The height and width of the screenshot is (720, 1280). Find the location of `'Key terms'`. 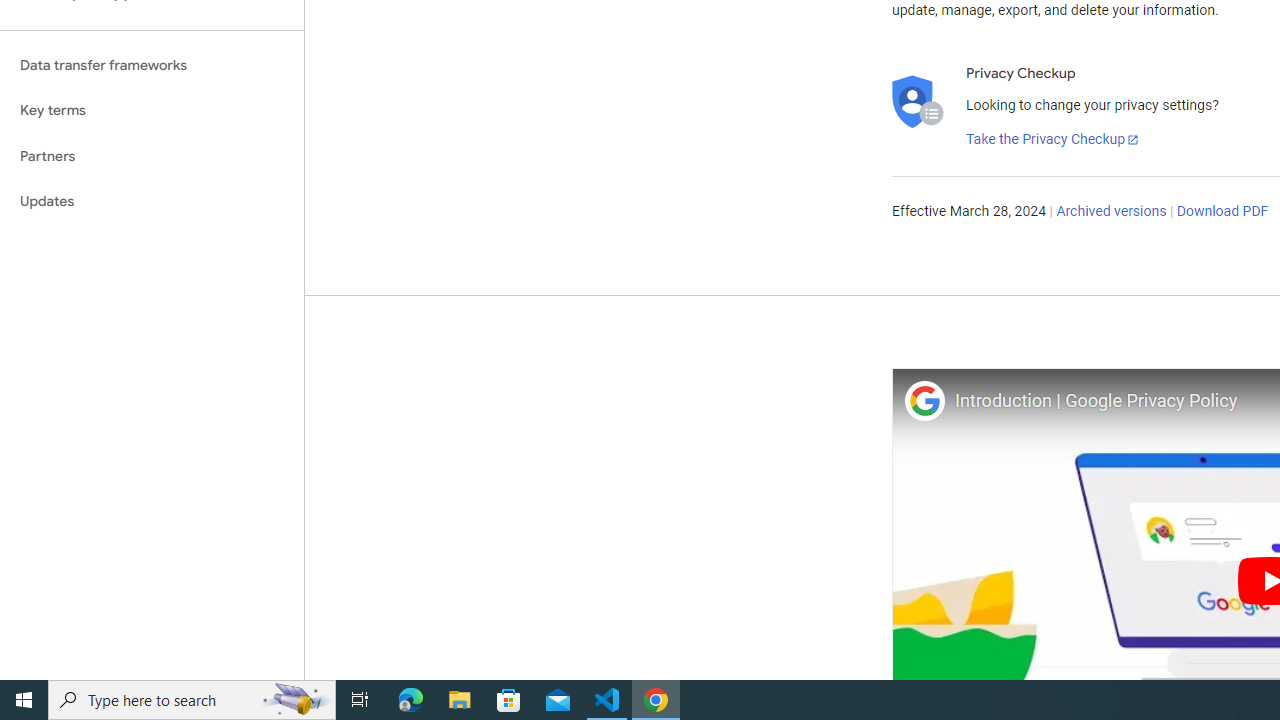

'Key terms' is located at coordinates (151, 110).